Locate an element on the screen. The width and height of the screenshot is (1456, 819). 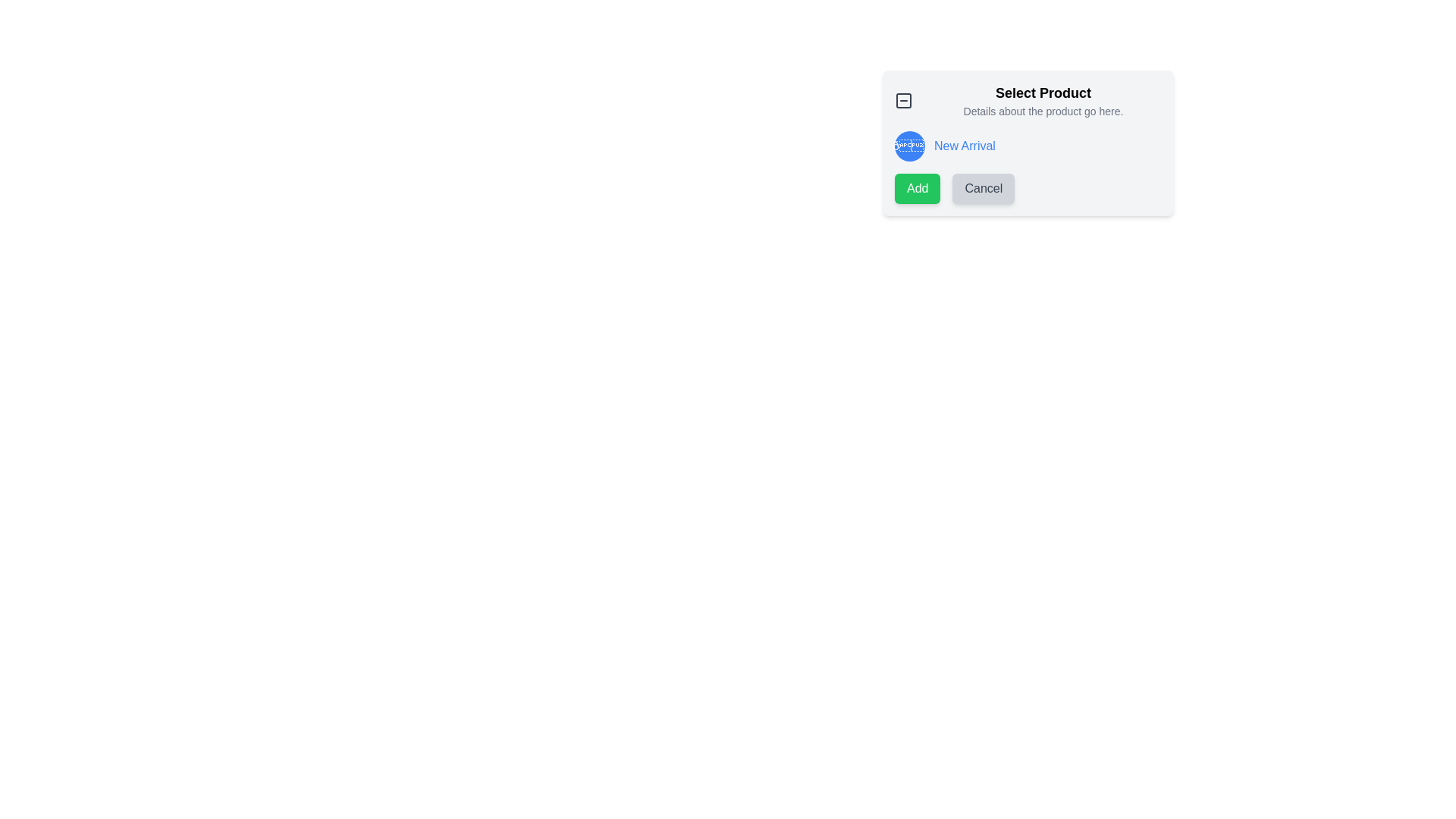
the 'Add' button, which is a green rectangular button with white text, located below the 'New Arrival' link and to the left of the 'Cancel' button in the 'Select Product' section is located at coordinates (917, 188).